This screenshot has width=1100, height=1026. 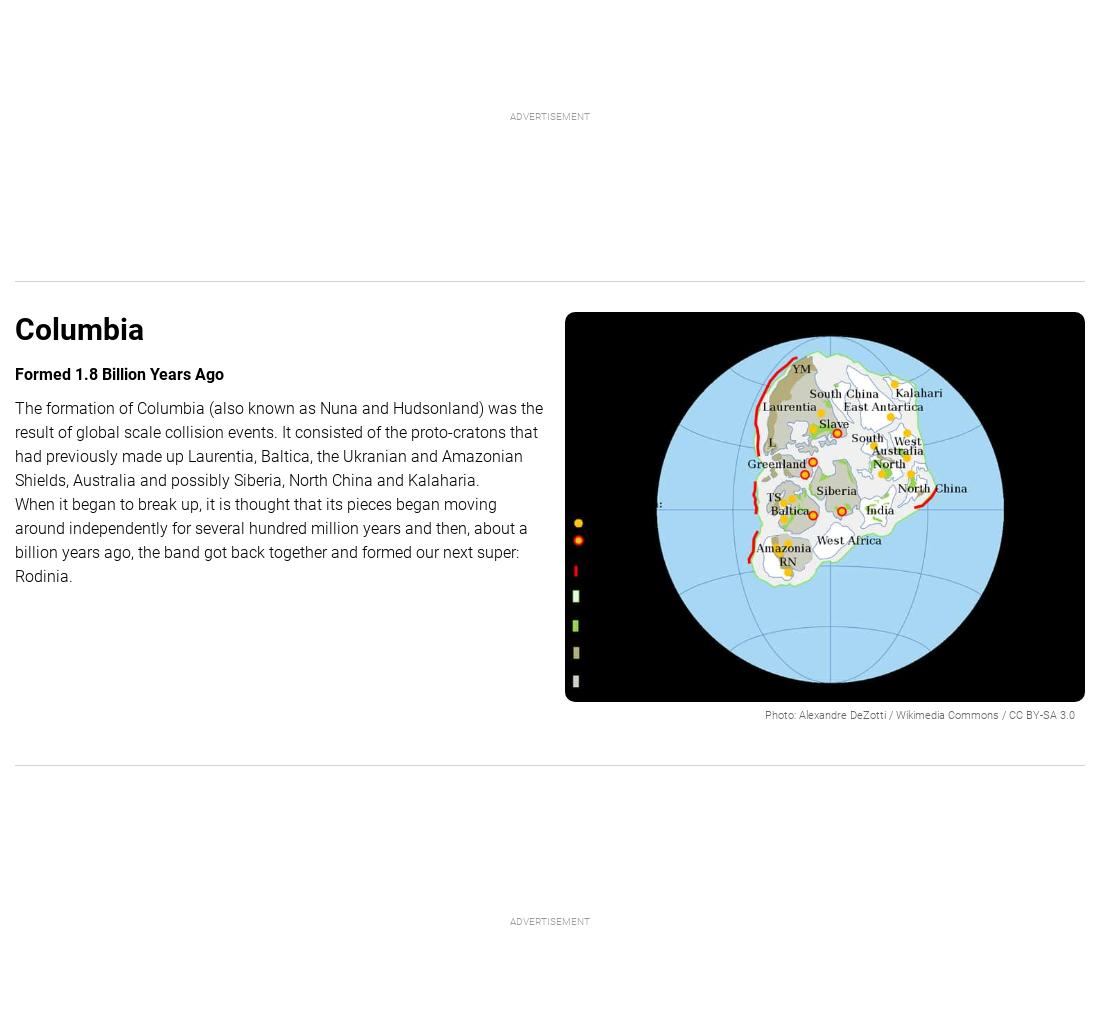 What do you see at coordinates (13, 540) in the screenshot?
I see `'When it began to break up, it is thought that its pieces began moving around independently for several hundred million years and then, about a billion years ago, the band got back together and formed our next super: Rodinia.'` at bounding box center [13, 540].